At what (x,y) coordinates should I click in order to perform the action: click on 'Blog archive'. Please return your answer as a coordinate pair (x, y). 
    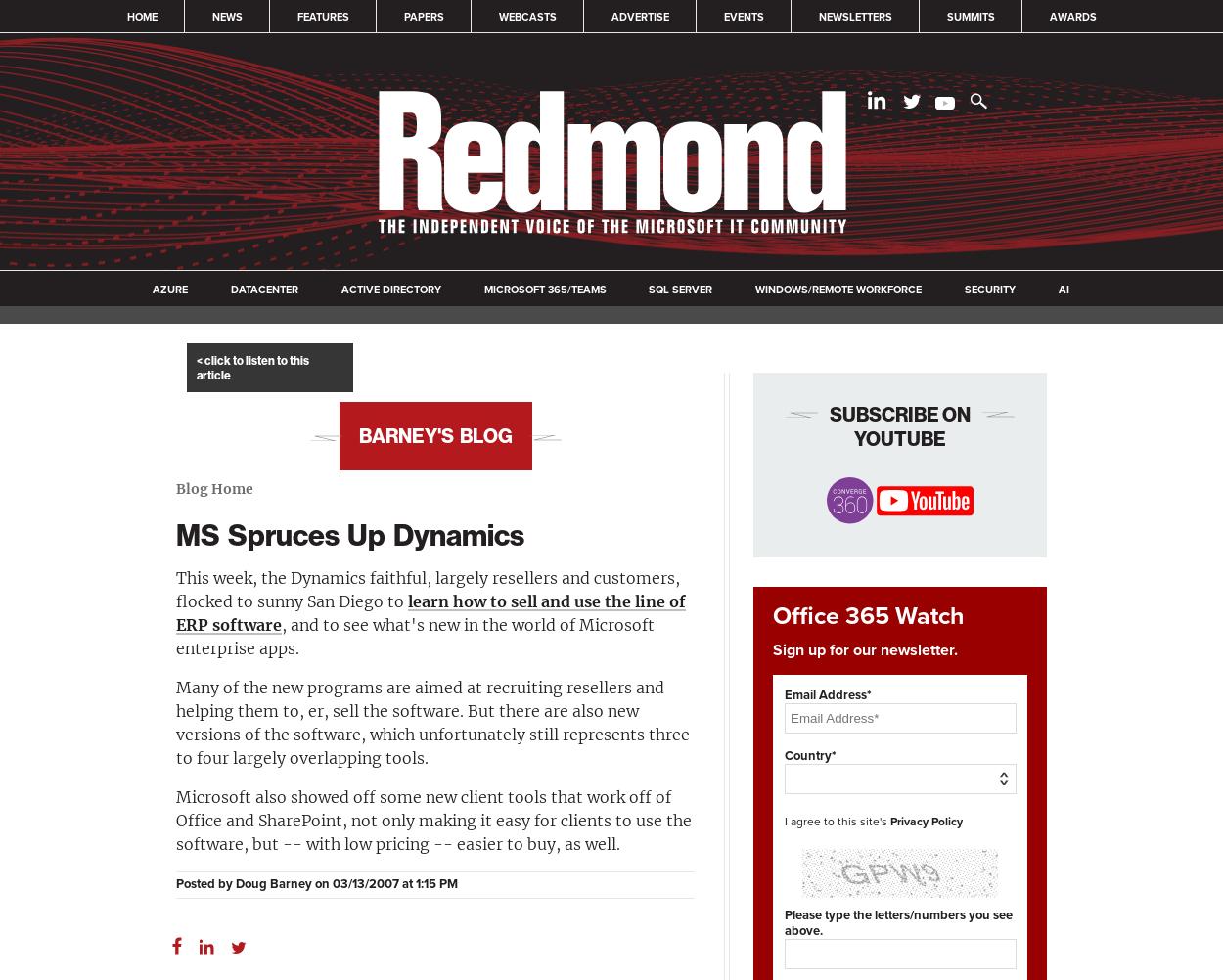
    Looking at the image, I should click on (434, 413).